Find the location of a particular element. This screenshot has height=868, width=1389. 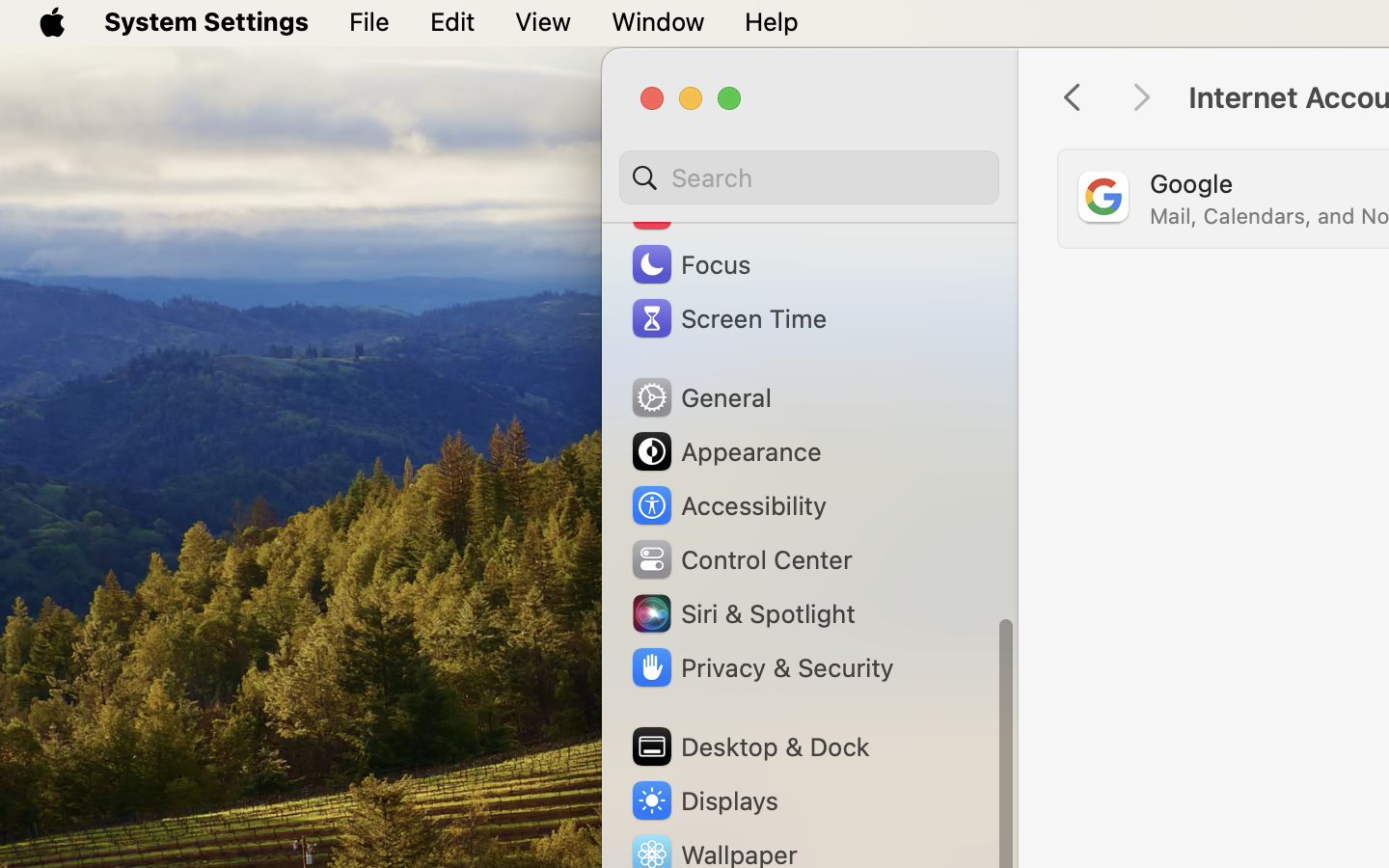

'Control Center' is located at coordinates (739, 558).